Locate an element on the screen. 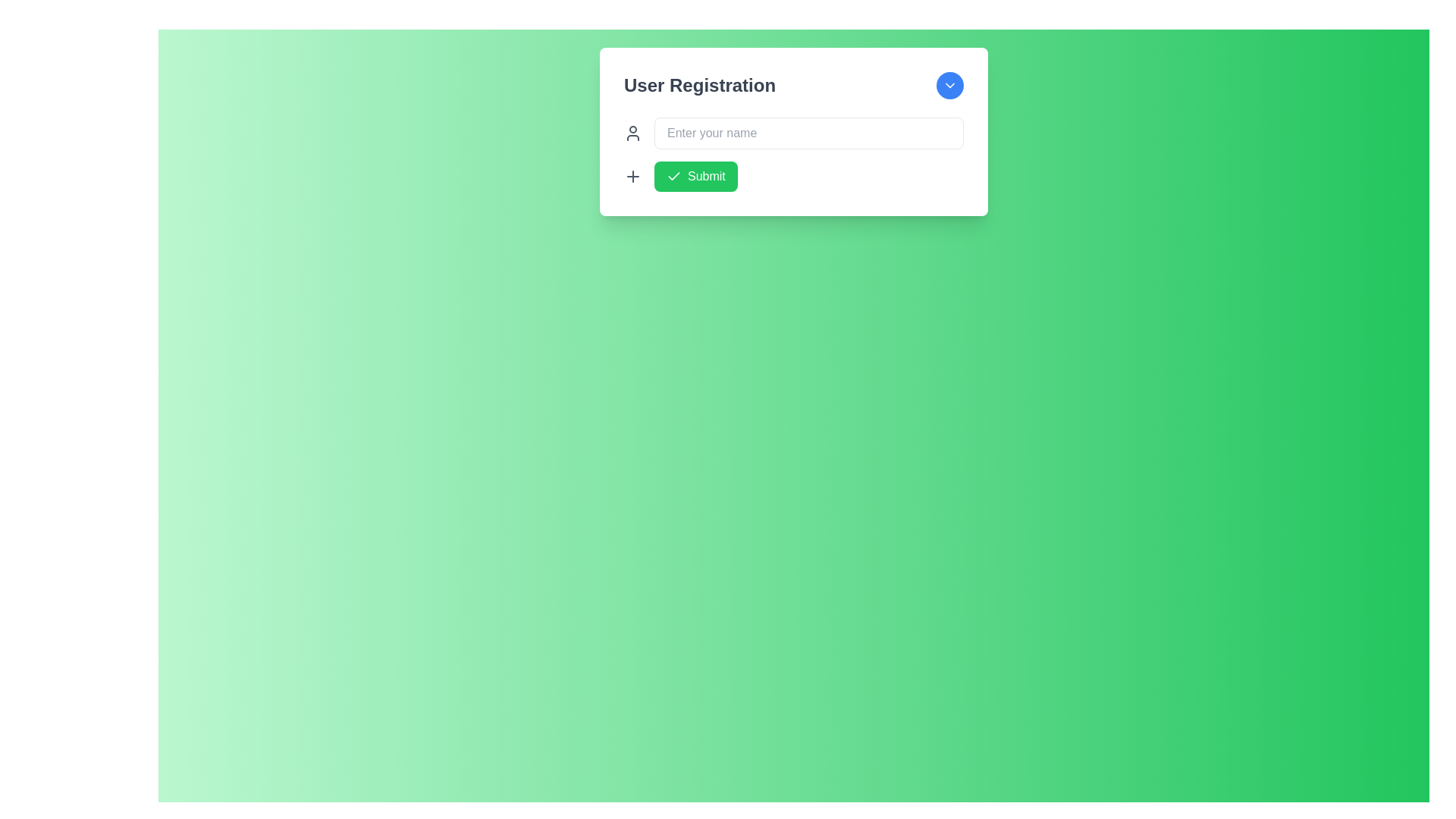 Image resolution: width=1456 pixels, height=819 pixels. the downward chevron icon inside the circular button located in the top-right corner of the user registration card is located at coordinates (949, 85).